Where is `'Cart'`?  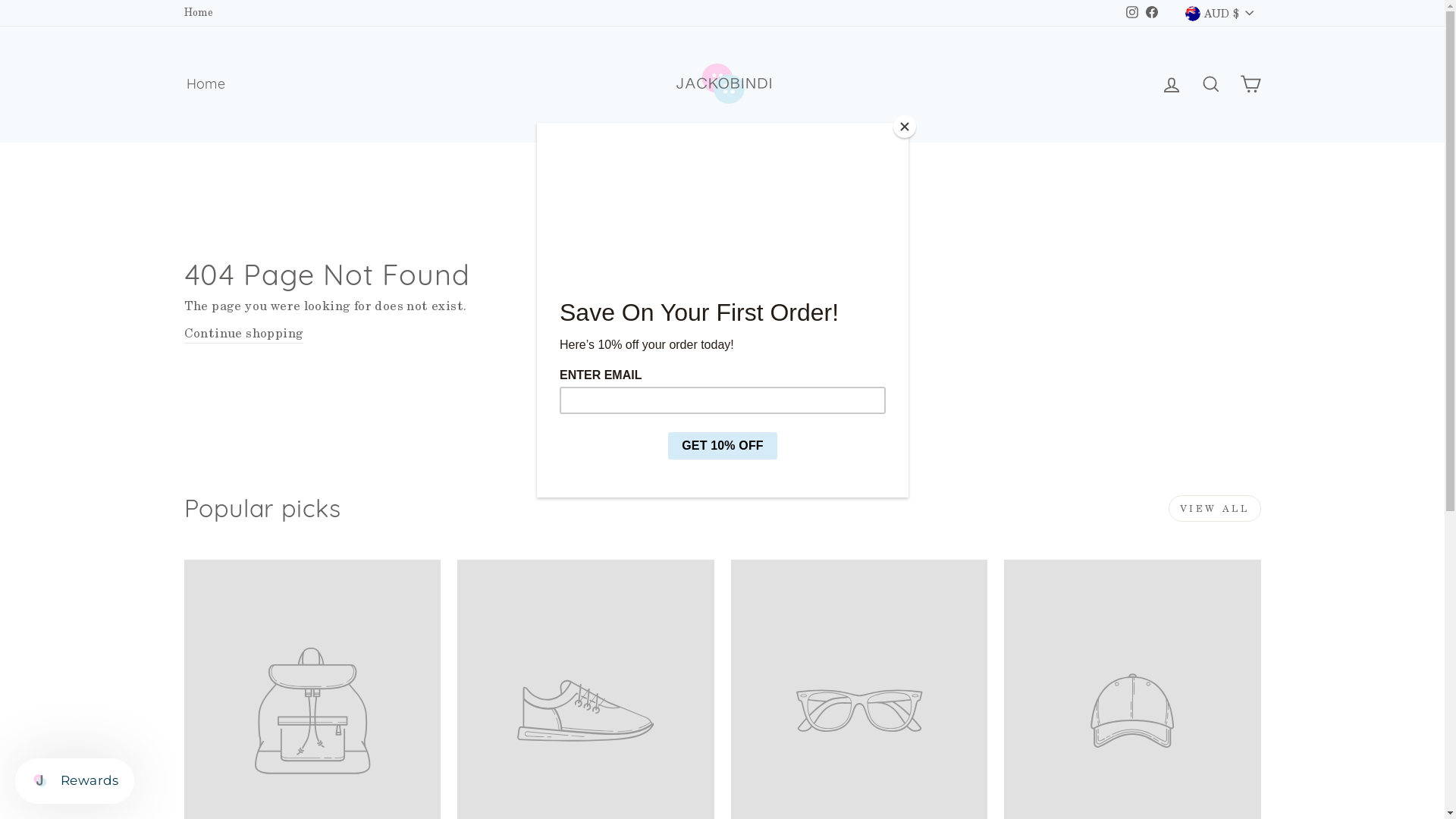 'Cart' is located at coordinates (1249, 84).